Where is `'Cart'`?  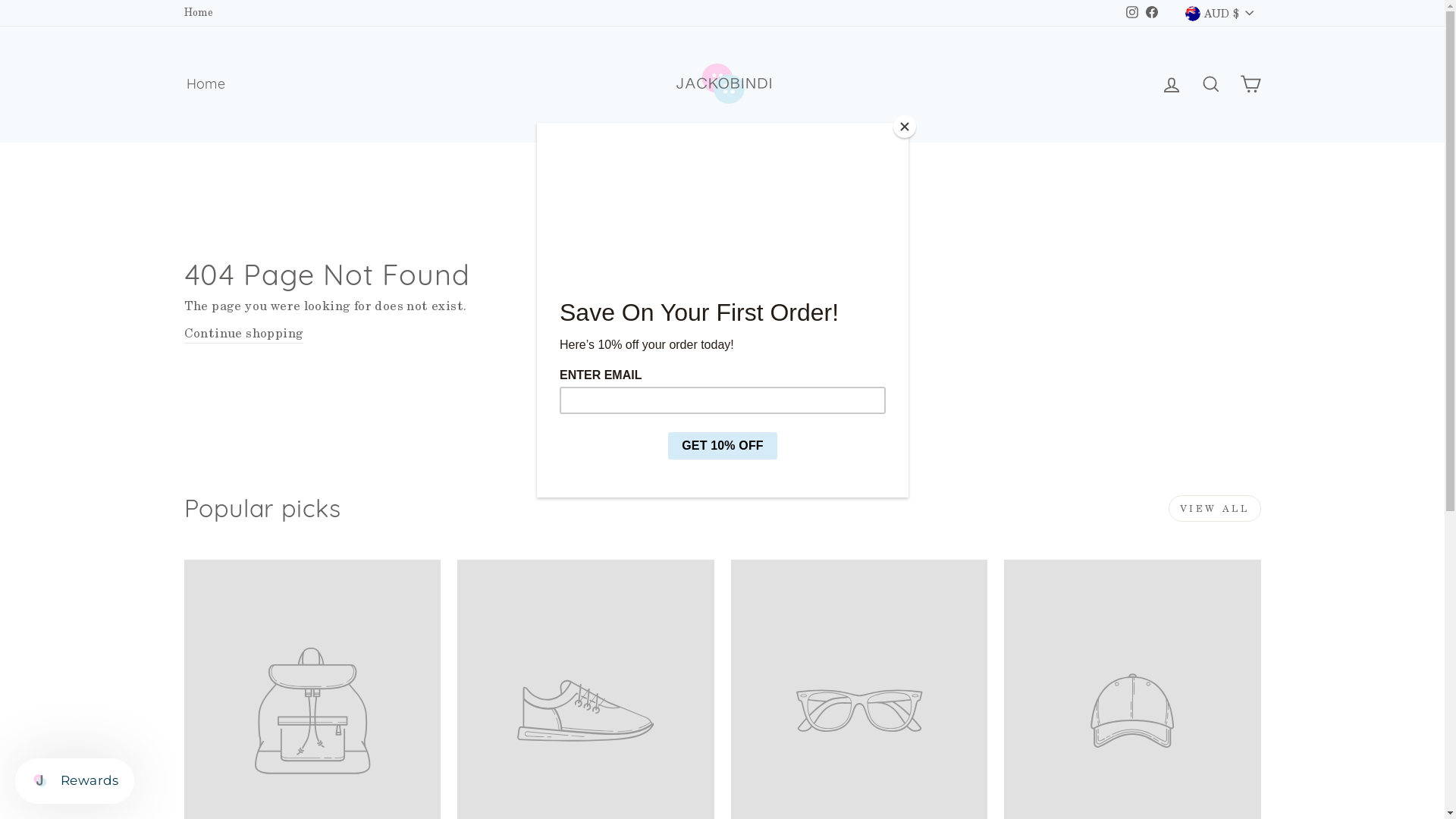 'Cart' is located at coordinates (1249, 84).